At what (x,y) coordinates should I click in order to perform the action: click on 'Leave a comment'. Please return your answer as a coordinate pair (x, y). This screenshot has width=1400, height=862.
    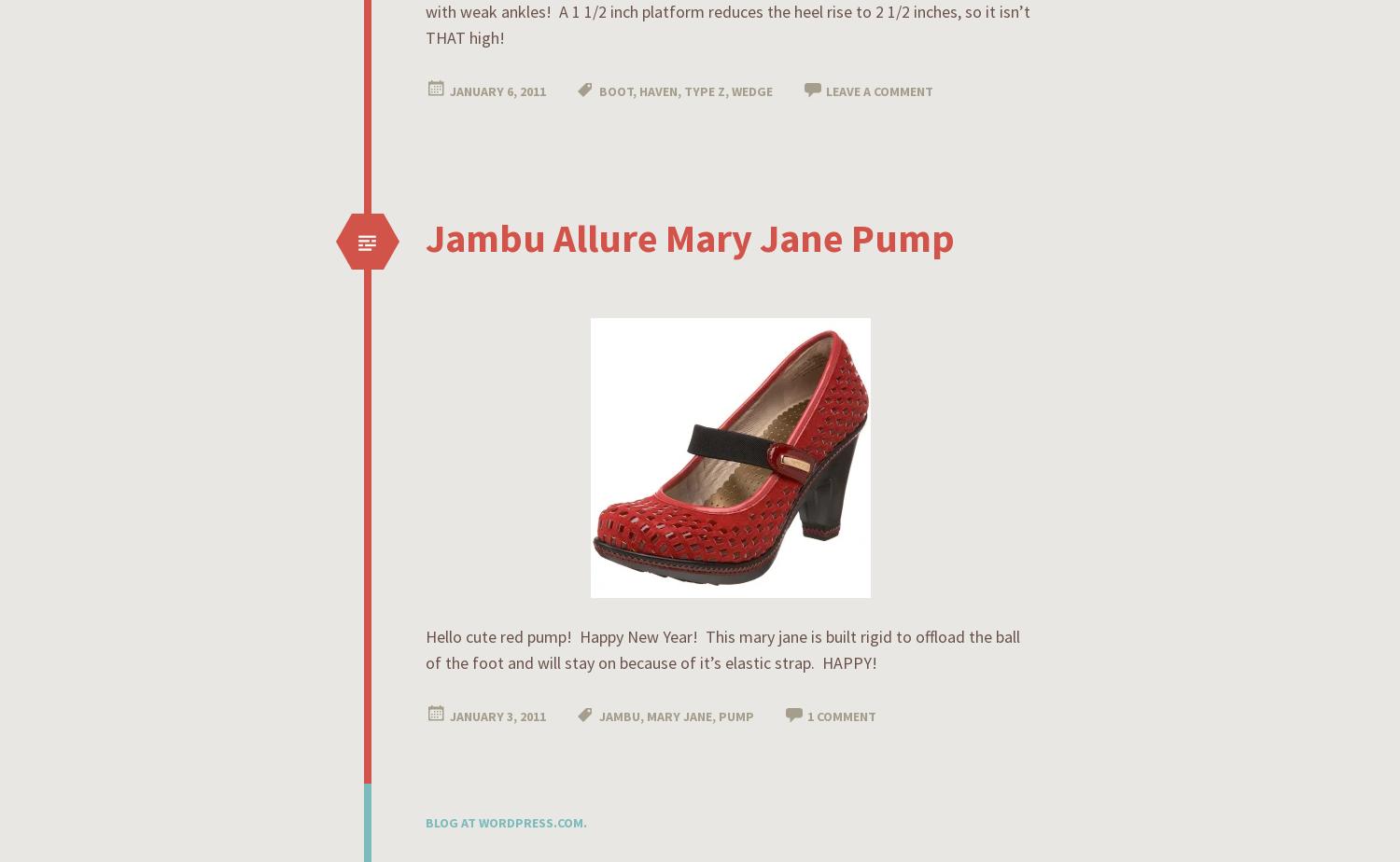
    Looking at the image, I should click on (878, 91).